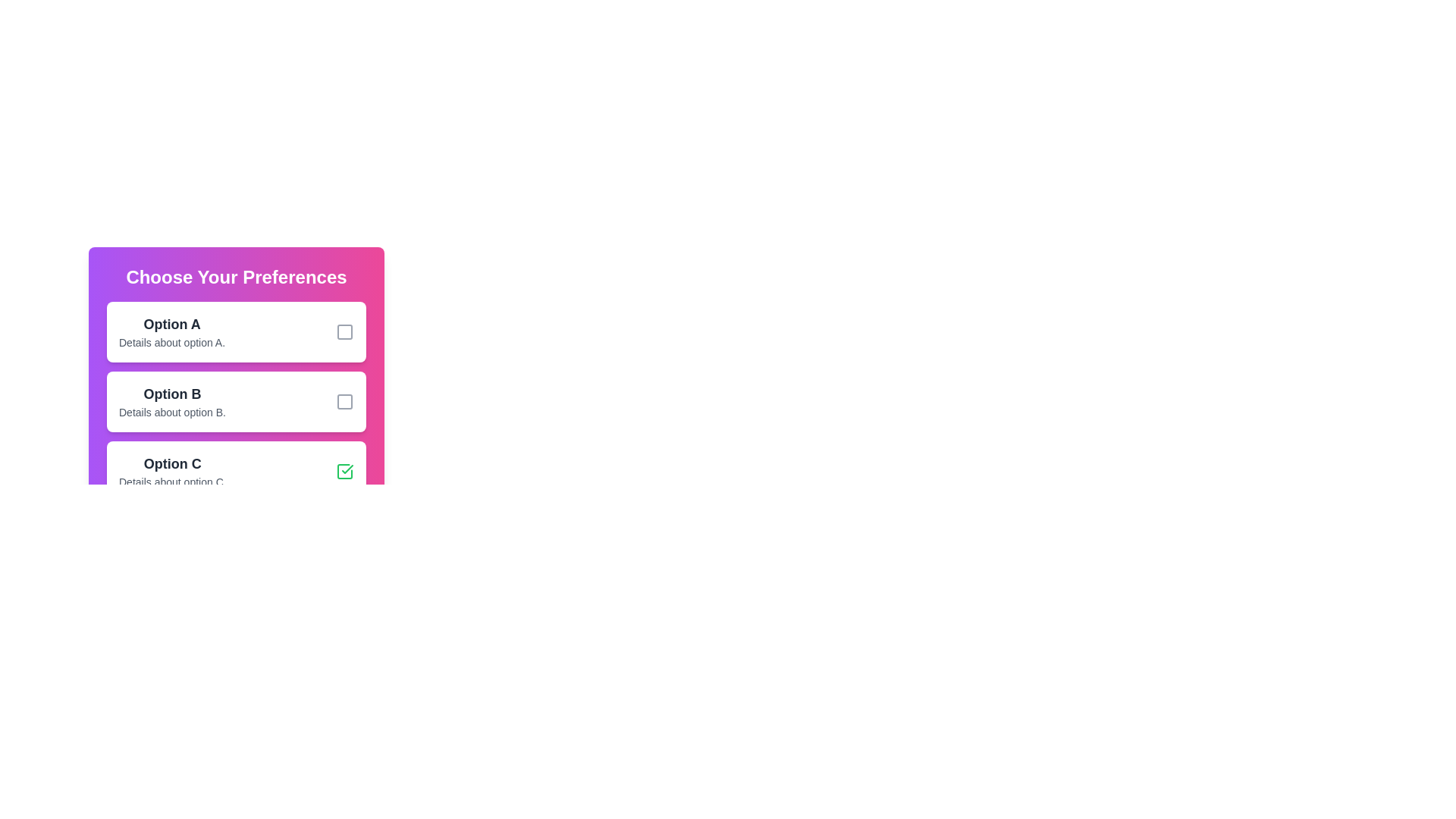 This screenshot has width=1456, height=819. What do you see at coordinates (172, 470) in the screenshot?
I see `the List Item (Text Component) labeled 'Option C' for accessibility purposes` at bounding box center [172, 470].